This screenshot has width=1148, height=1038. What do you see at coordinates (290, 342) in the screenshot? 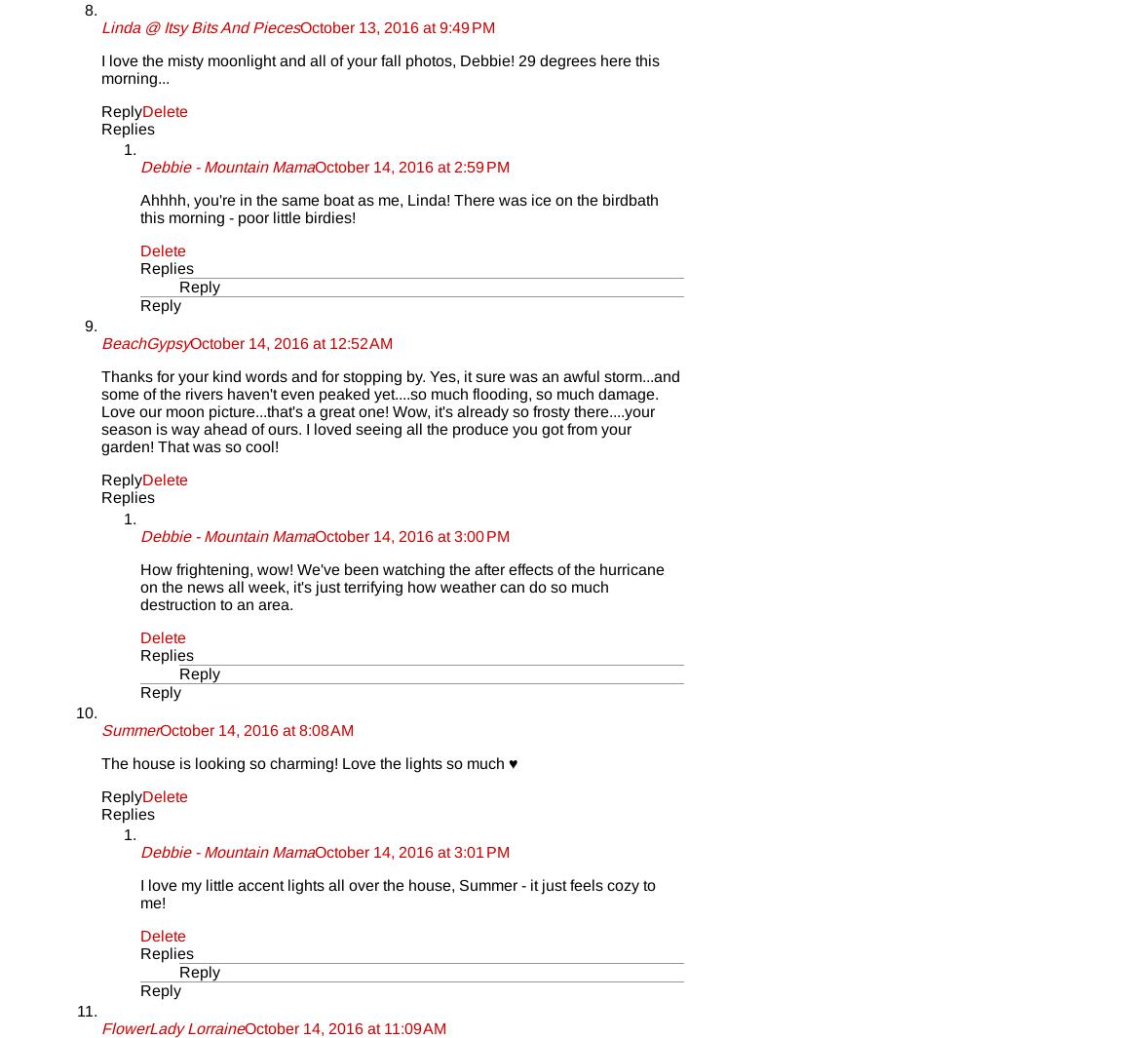
I see `'October 14, 2016 at 12:52 AM'` at bounding box center [290, 342].